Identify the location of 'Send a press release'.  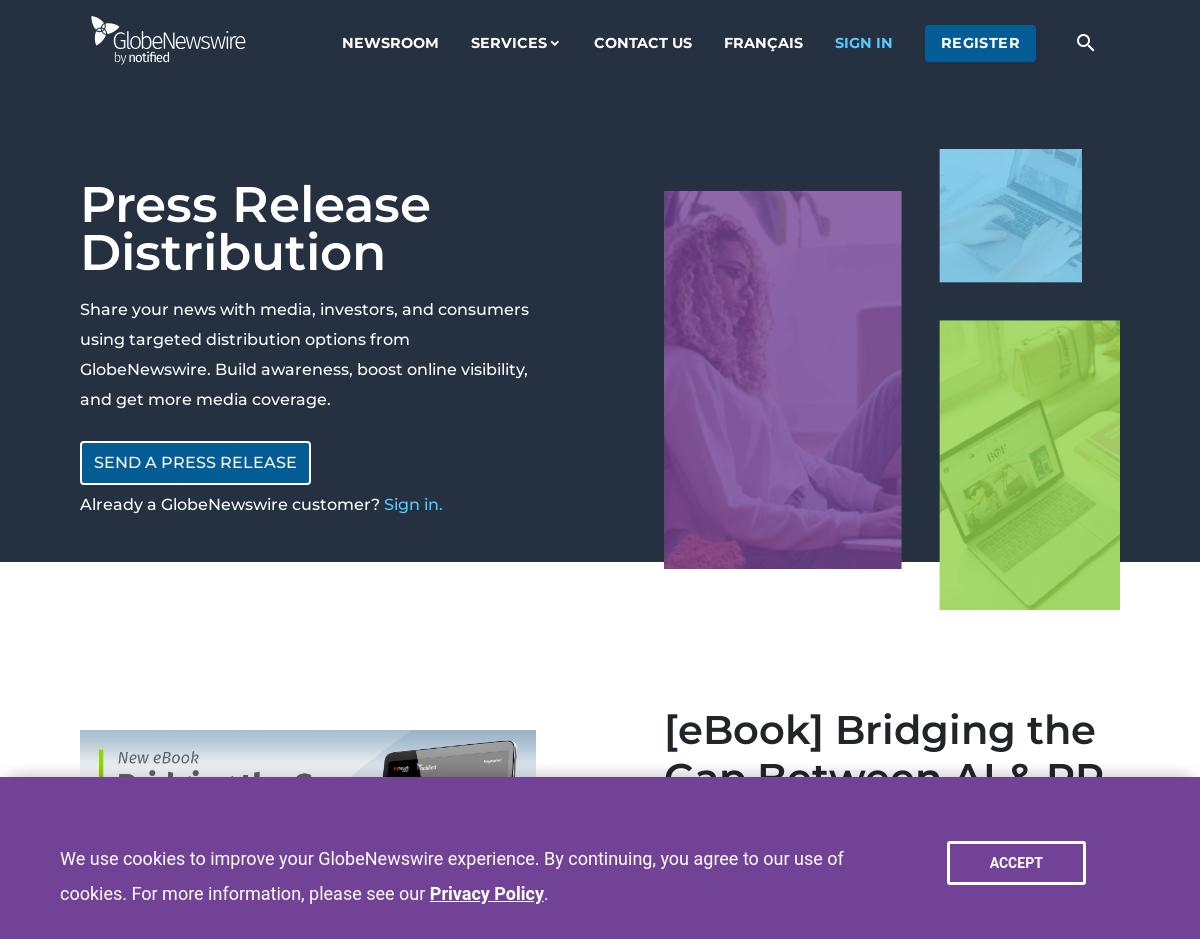
(93, 462).